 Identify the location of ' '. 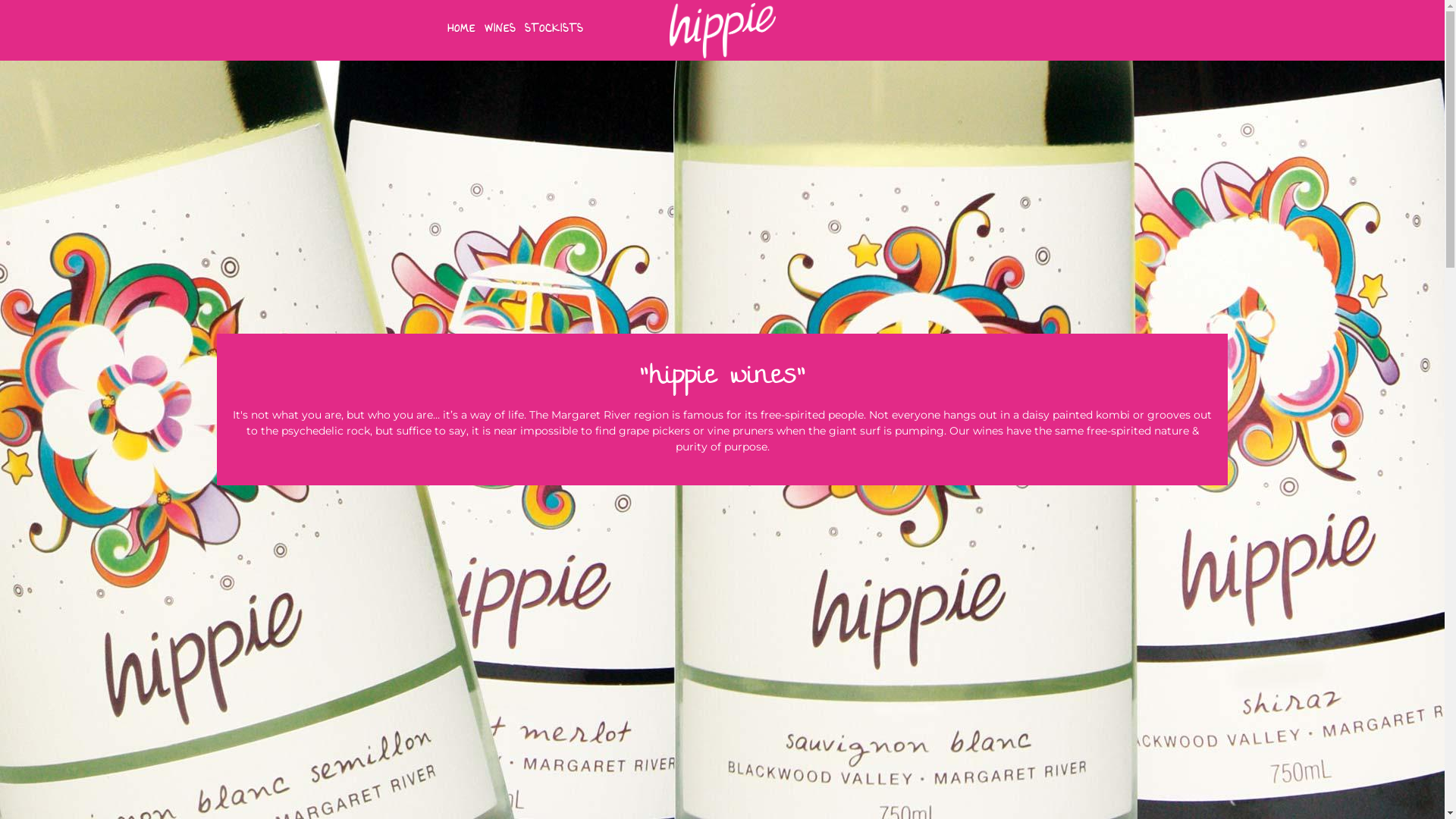
(0, 8).